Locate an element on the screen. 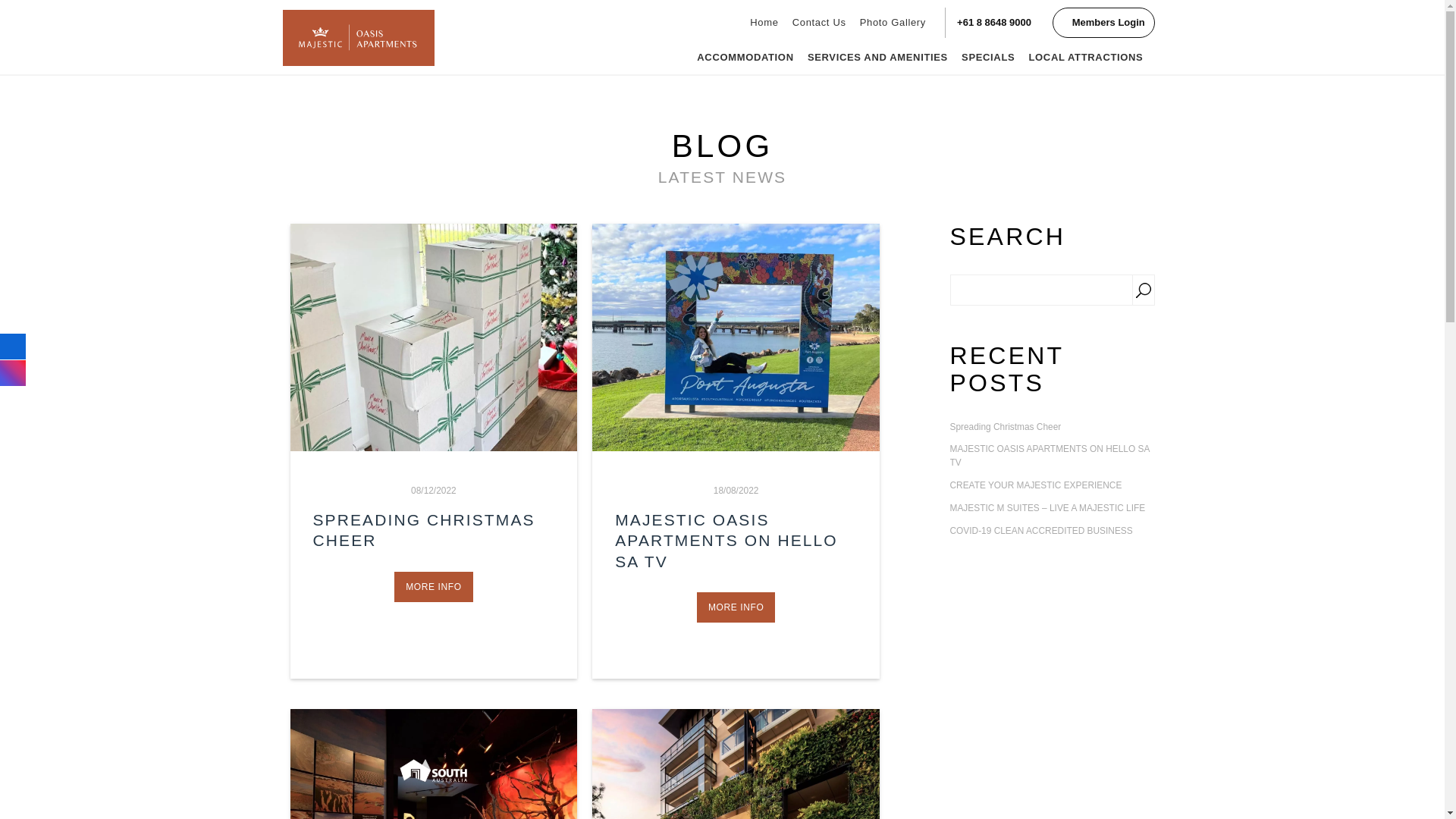 The image size is (1456, 819). '08/12/2022' is located at coordinates (411, 491).